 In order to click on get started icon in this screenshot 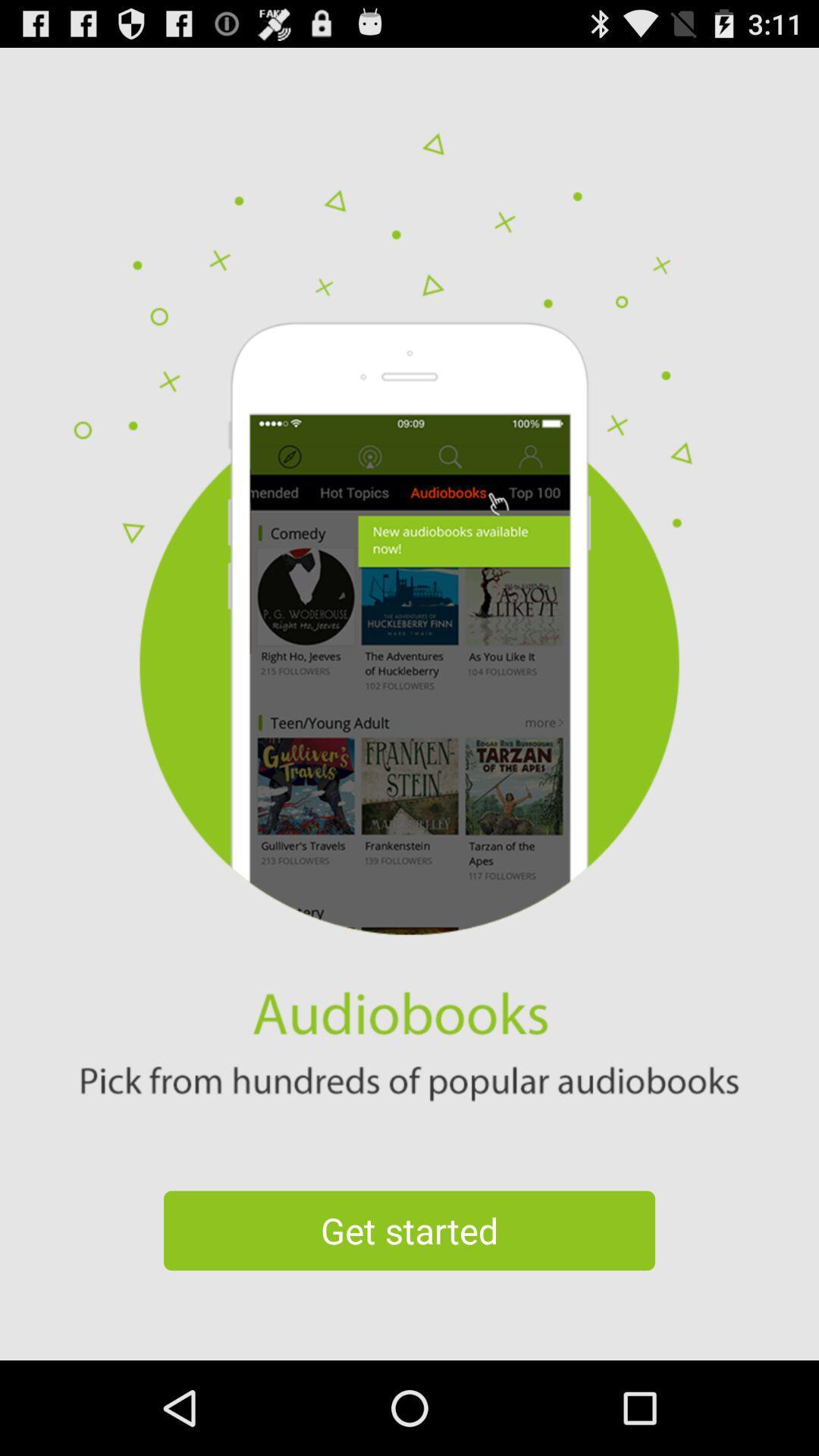, I will do `click(409, 1230)`.